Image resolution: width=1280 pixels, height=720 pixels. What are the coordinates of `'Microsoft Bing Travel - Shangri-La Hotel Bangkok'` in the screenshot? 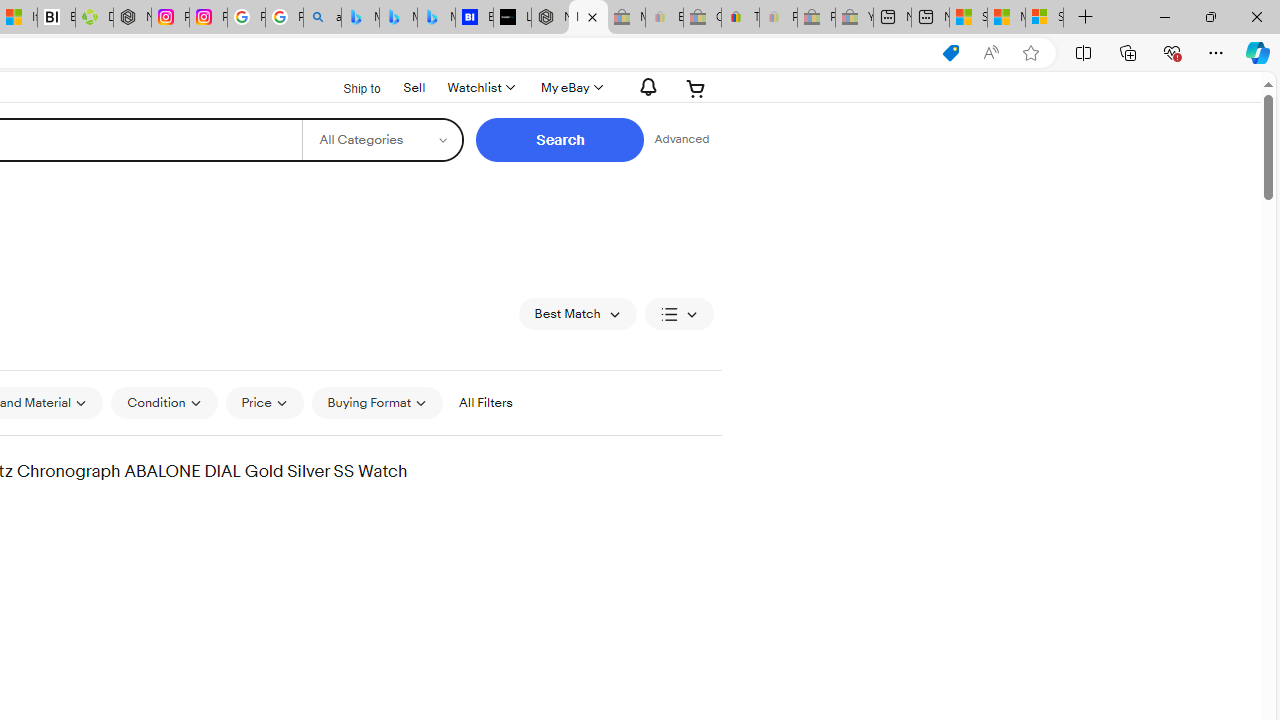 It's located at (435, 17).